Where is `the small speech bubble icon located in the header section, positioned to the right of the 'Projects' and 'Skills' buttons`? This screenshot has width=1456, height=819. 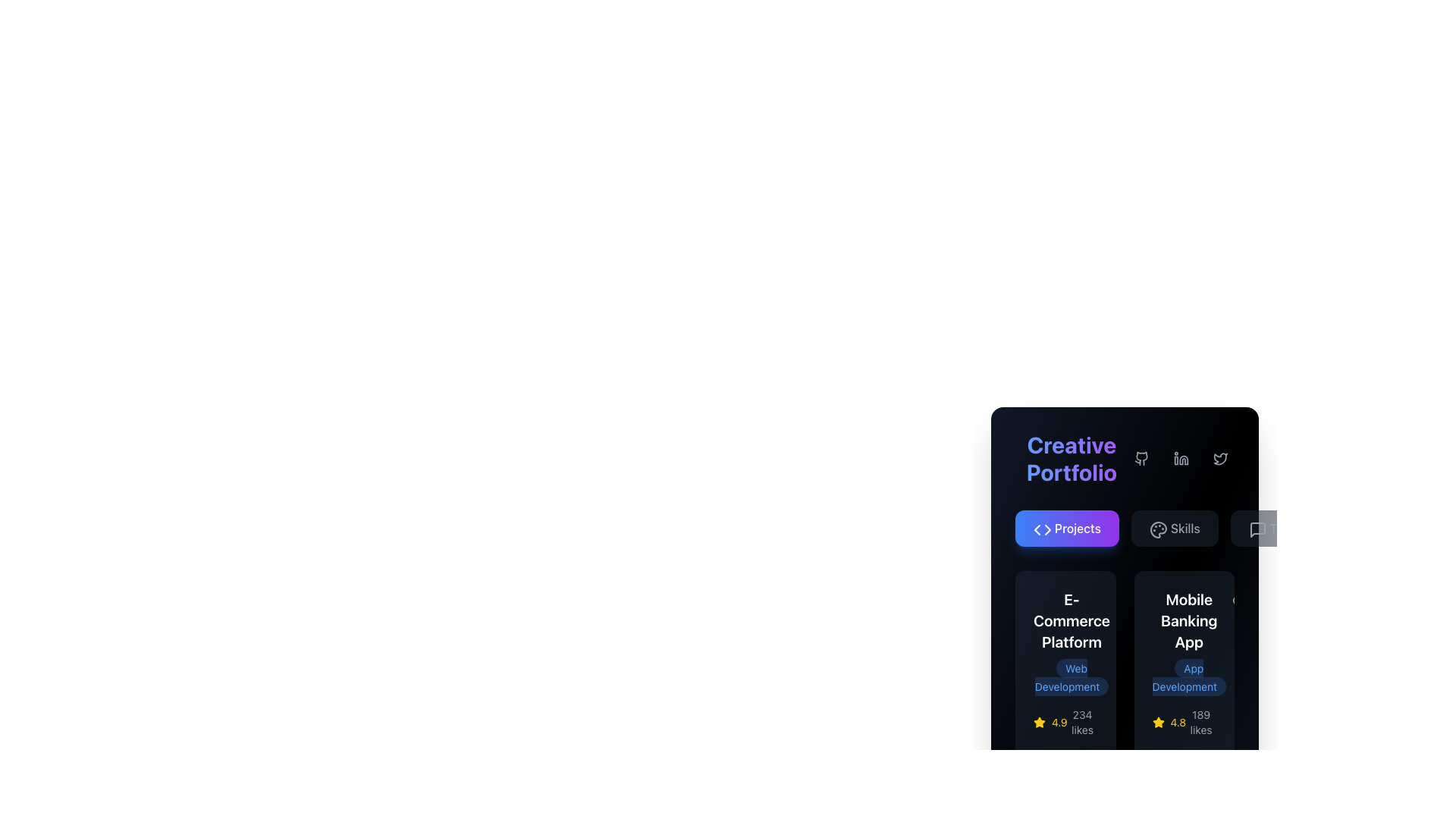
the small speech bubble icon located in the header section, positioned to the right of the 'Projects' and 'Skills' buttons is located at coordinates (1257, 529).